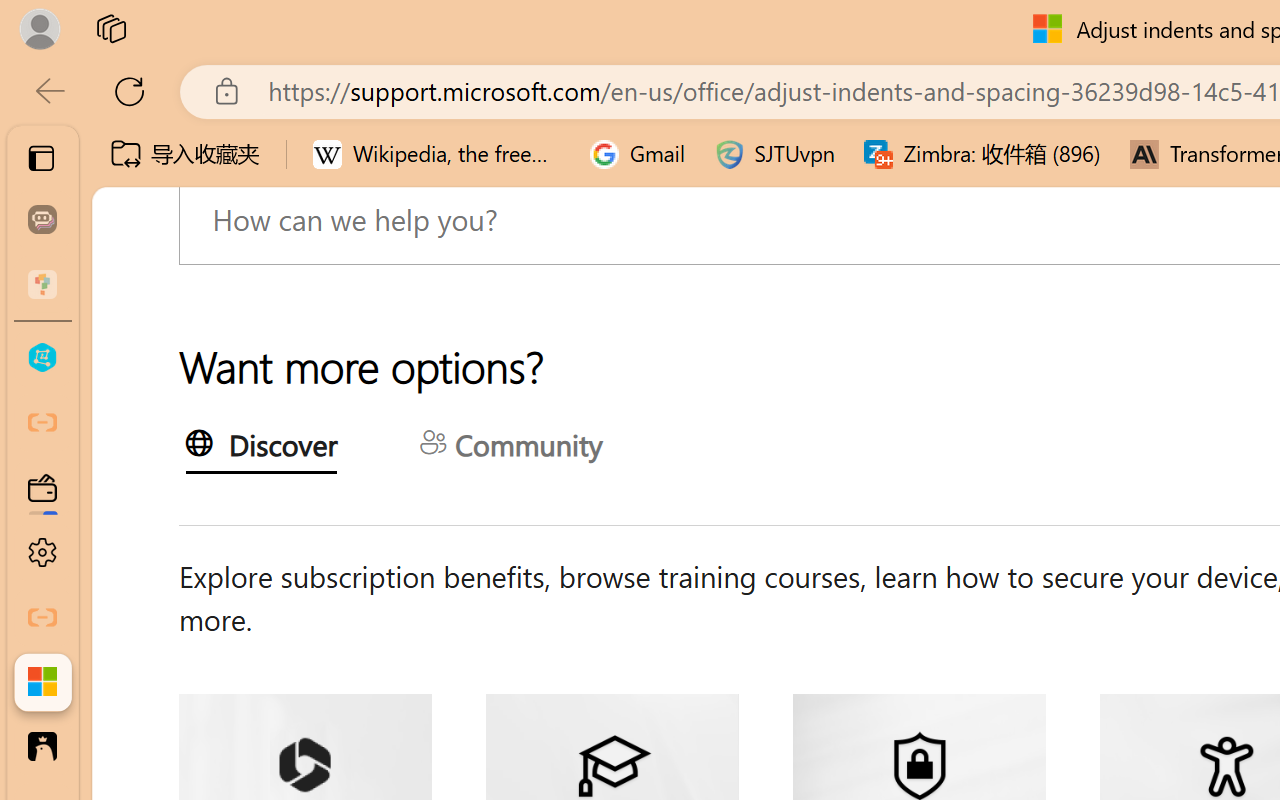 This screenshot has width=1280, height=800. What do you see at coordinates (637, 154) in the screenshot?
I see `'Gmail'` at bounding box center [637, 154].